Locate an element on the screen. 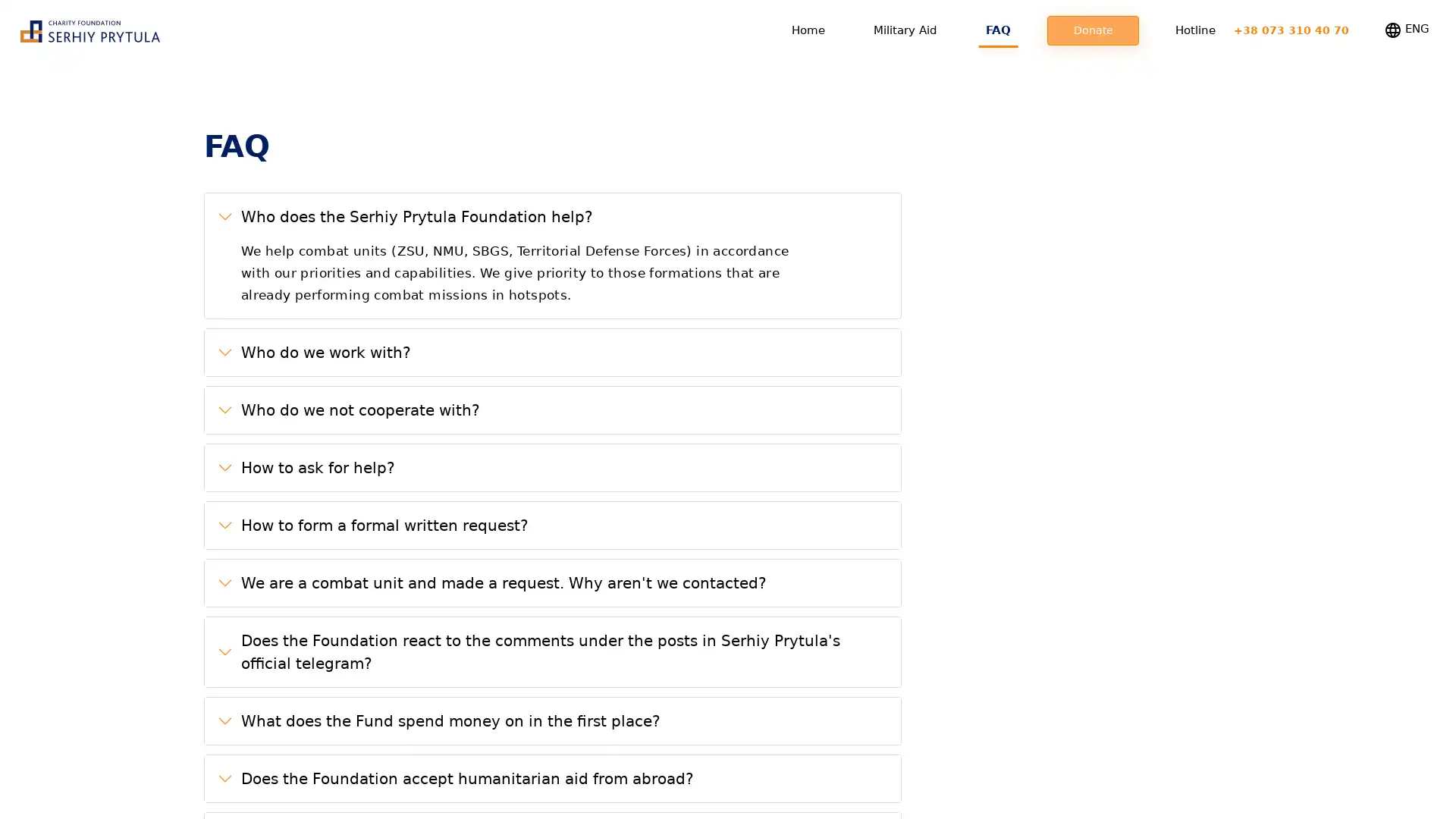 The height and width of the screenshot is (819, 1456). Who do we work with? is located at coordinates (551, 353).